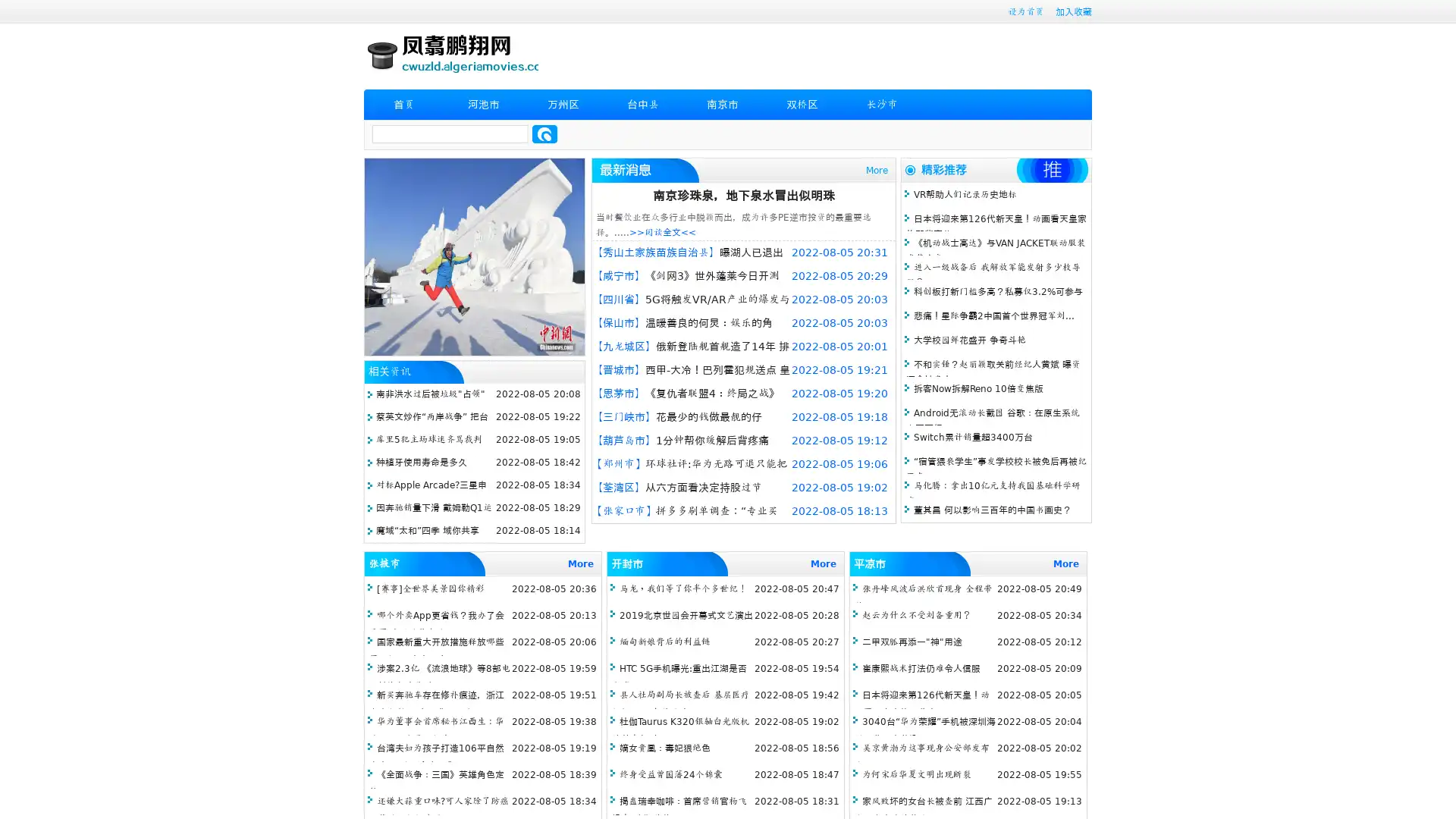 The width and height of the screenshot is (1456, 819). What do you see at coordinates (544, 133) in the screenshot?
I see `Search` at bounding box center [544, 133].